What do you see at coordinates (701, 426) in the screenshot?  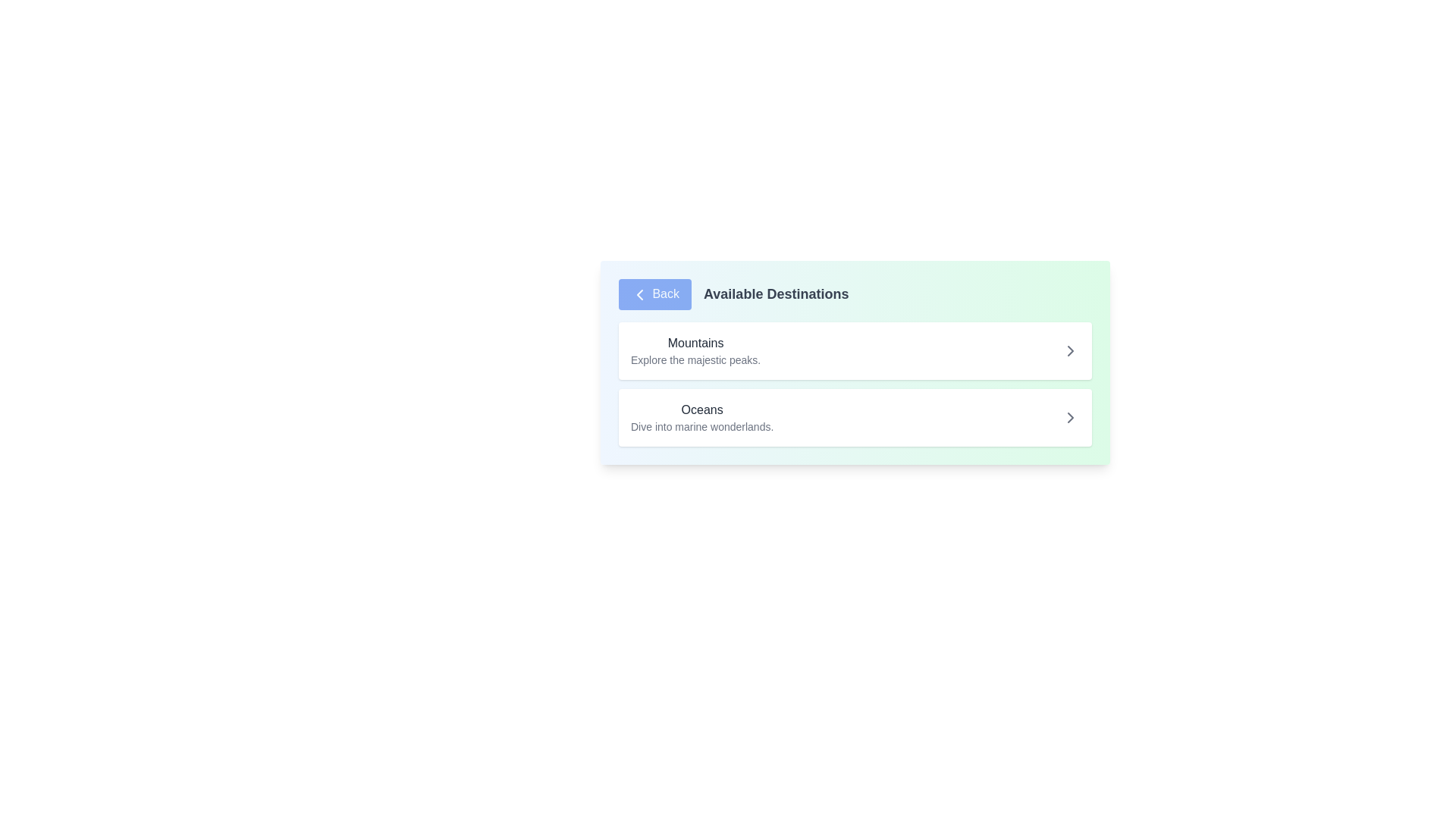 I see `the Text Label that contains the content 'Dive into marine wonderlands.' which is styled in a smaller gray font and located under the heading 'Oceans'` at bounding box center [701, 426].